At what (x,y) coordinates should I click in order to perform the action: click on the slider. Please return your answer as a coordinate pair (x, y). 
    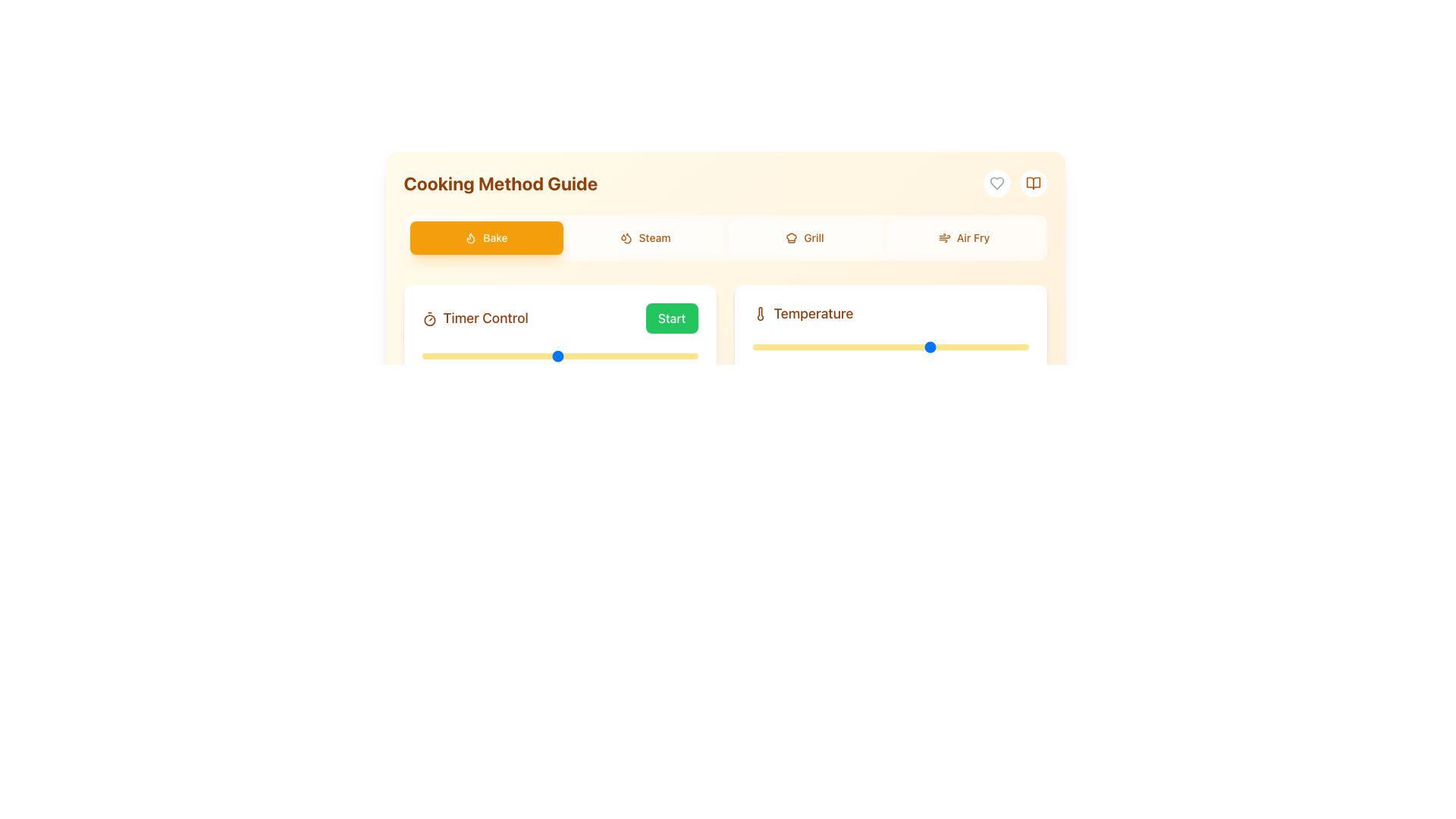
    Looking at the image, I should click on (793, 347).